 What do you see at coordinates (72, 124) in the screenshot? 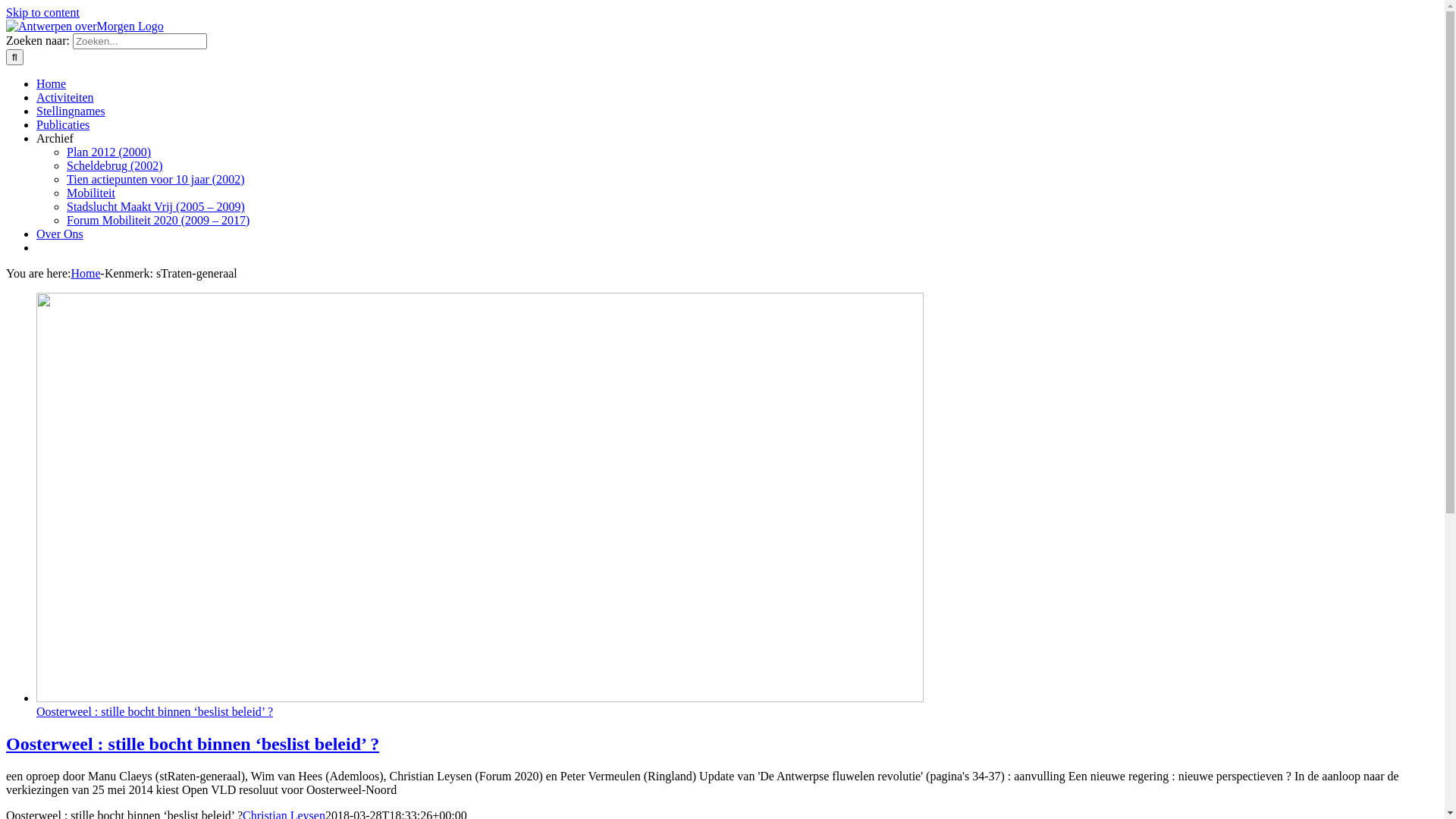
I see `'Publicaties'` at bounding box center [72, 124].